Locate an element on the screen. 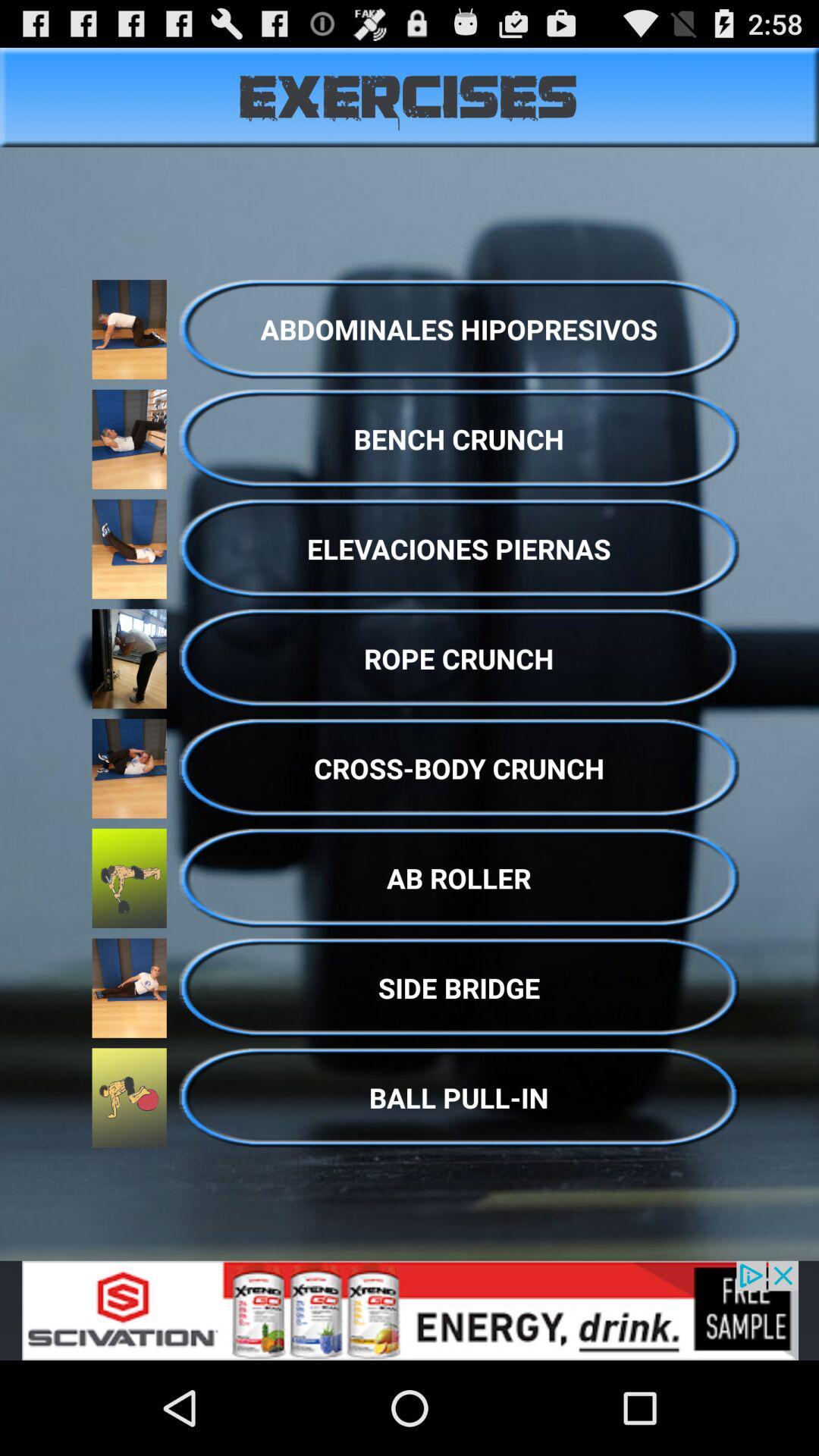 Image resolution: width=819 pixels, height=1456 pixels. click advertisement is located at coordinates (409, 1310).